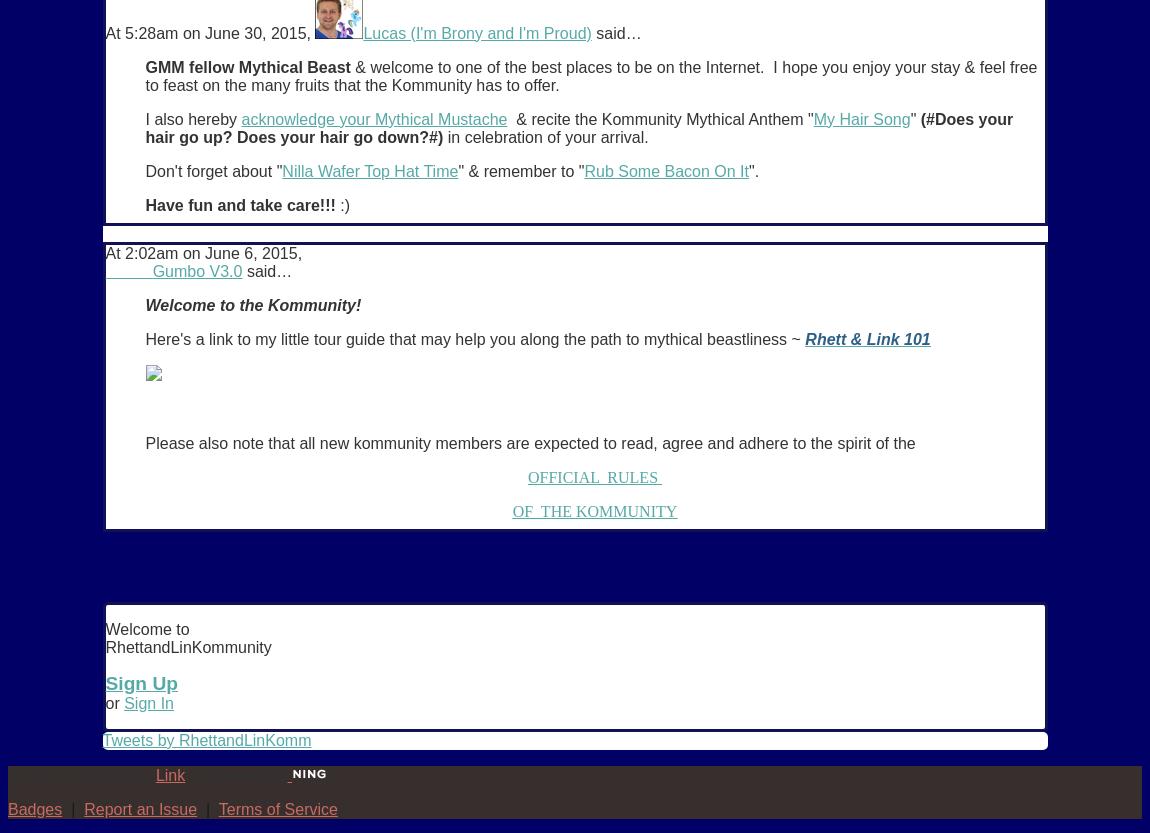 This screenshot has width=1150, height=833. Describe the element at coordinates (195, 270) in the screenshot. I see `'Gumbo V3.0'` at that location.